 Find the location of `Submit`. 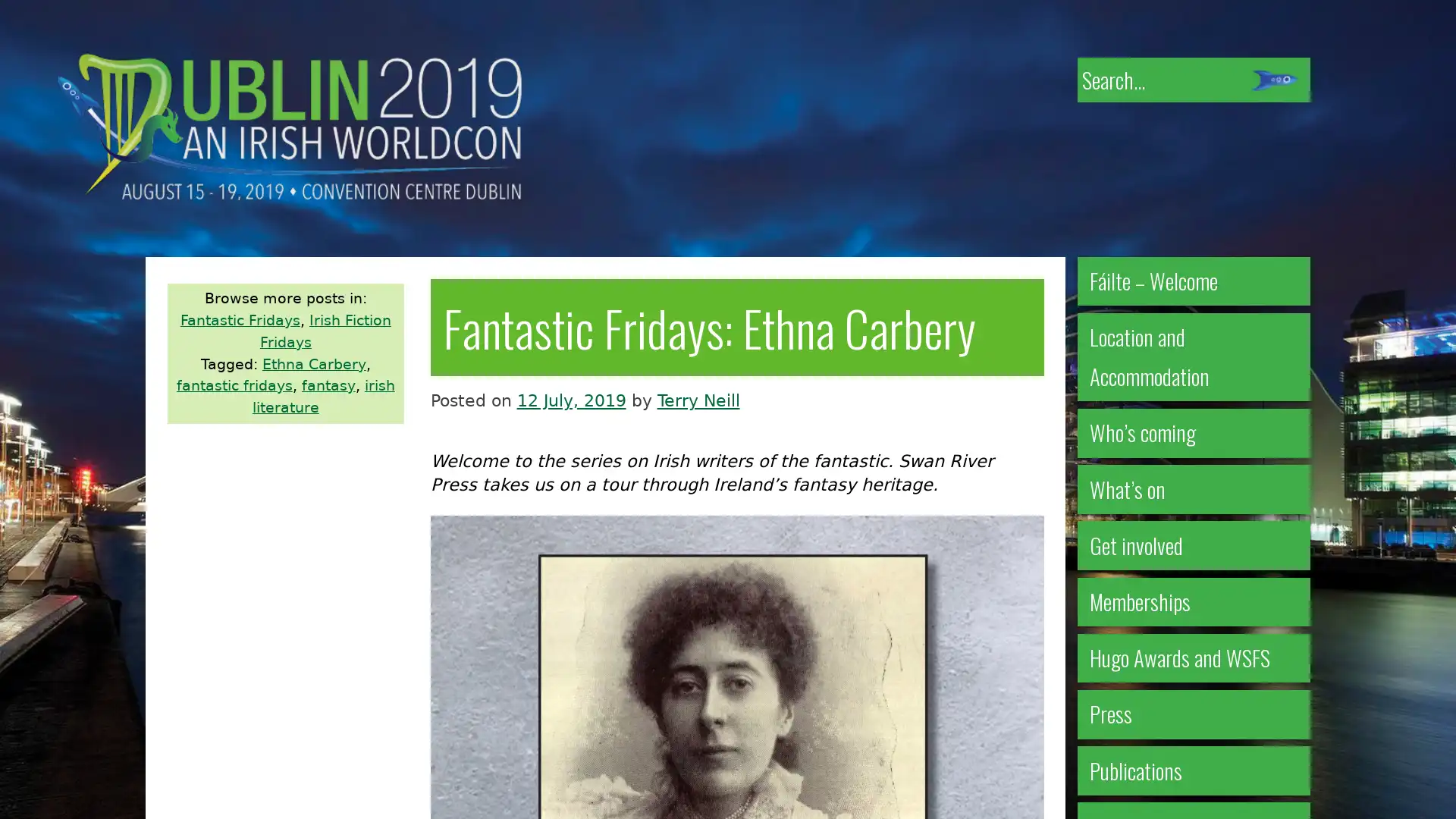

Submit is located at coordinates (1274, 80).